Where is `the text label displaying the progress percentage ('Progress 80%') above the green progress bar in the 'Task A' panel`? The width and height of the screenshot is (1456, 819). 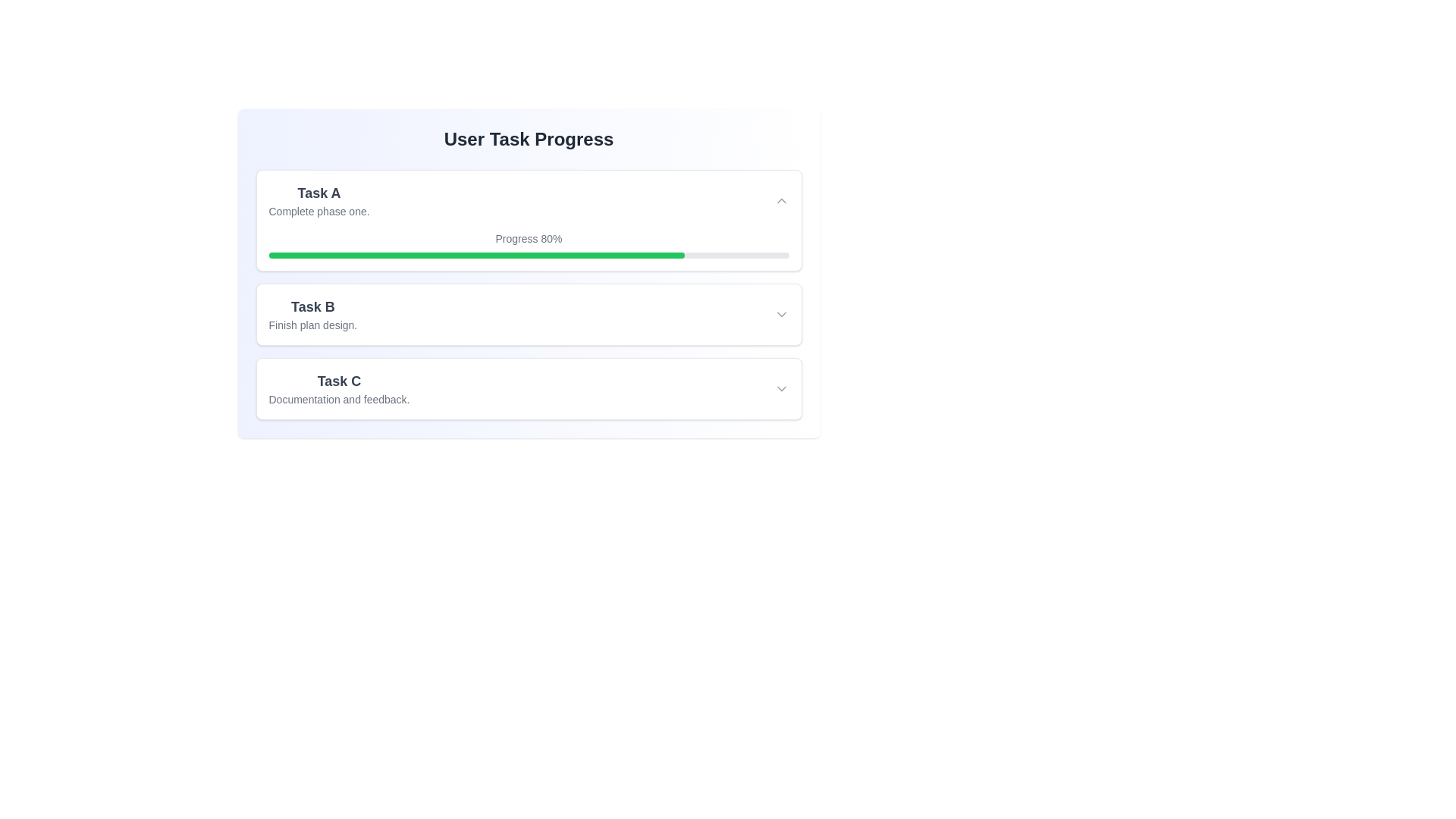
the text label displaying the progress percentage ('Progress 80%') above the green progress bar in the 'Task A' panel is located at coordinates (529, 239).